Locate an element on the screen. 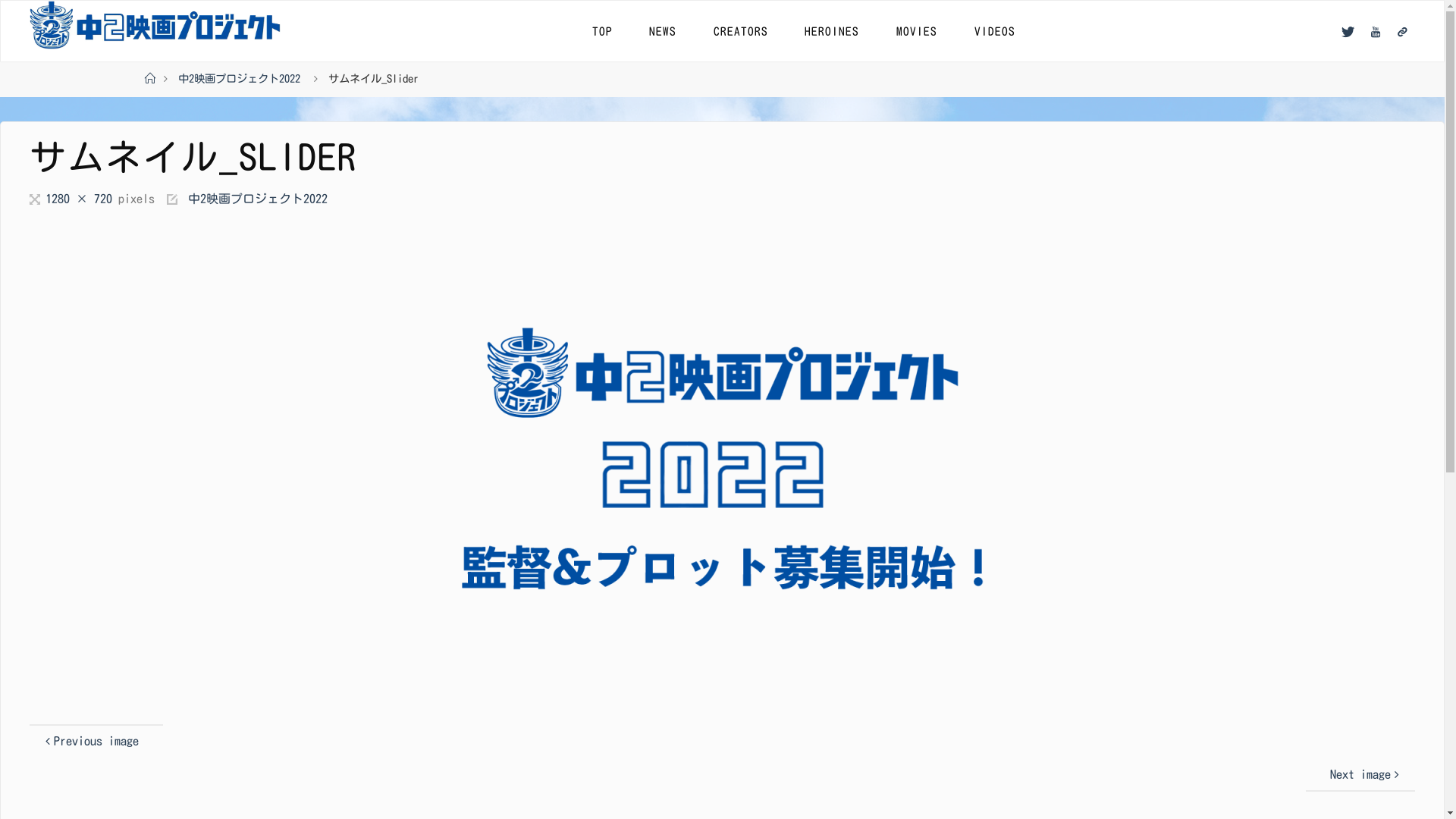  'Previous image' is located at coordinates (95, 740).